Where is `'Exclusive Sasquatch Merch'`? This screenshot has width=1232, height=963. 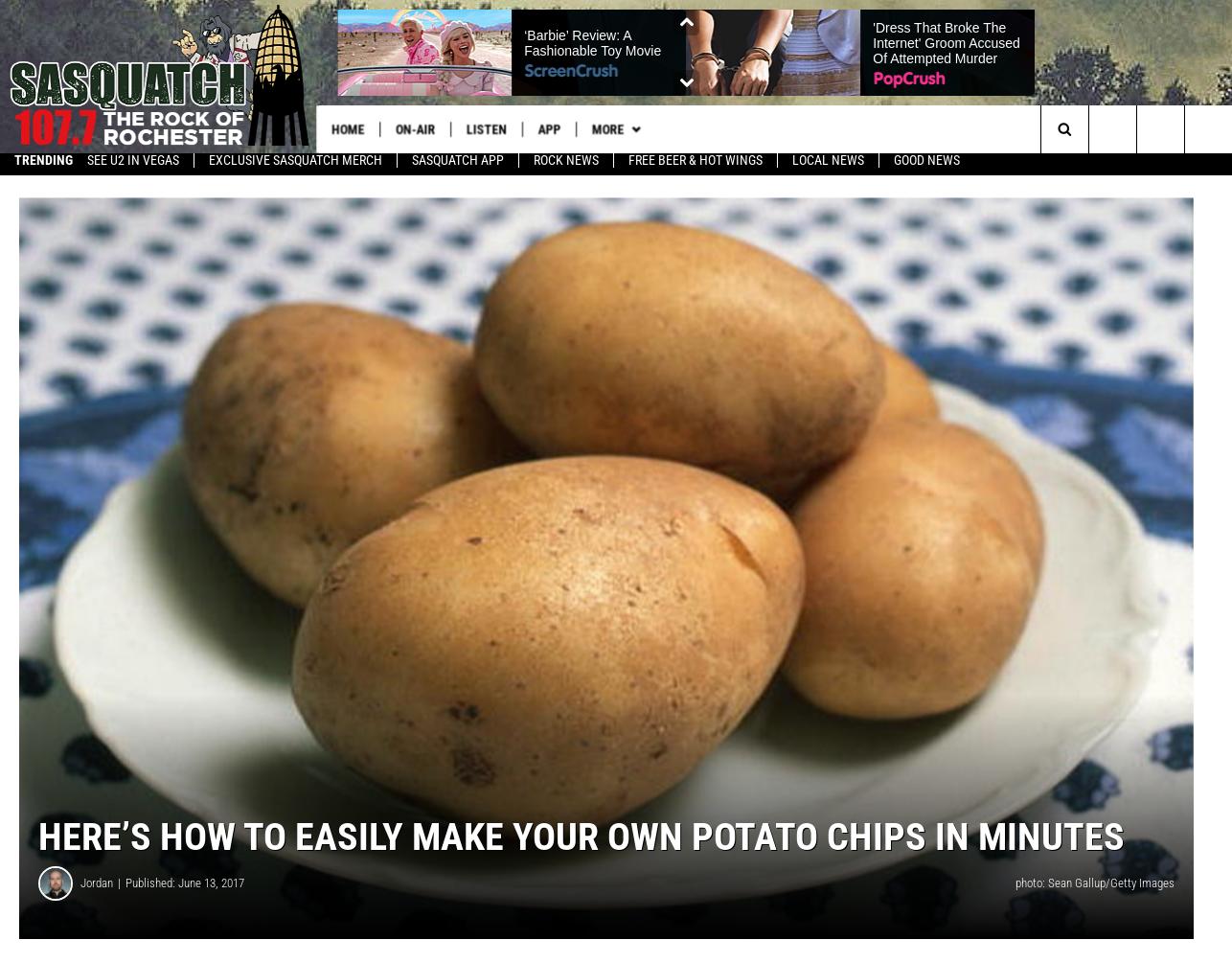
'Exclusive Sasquatch Merch' is located at coordinates (295, 167).